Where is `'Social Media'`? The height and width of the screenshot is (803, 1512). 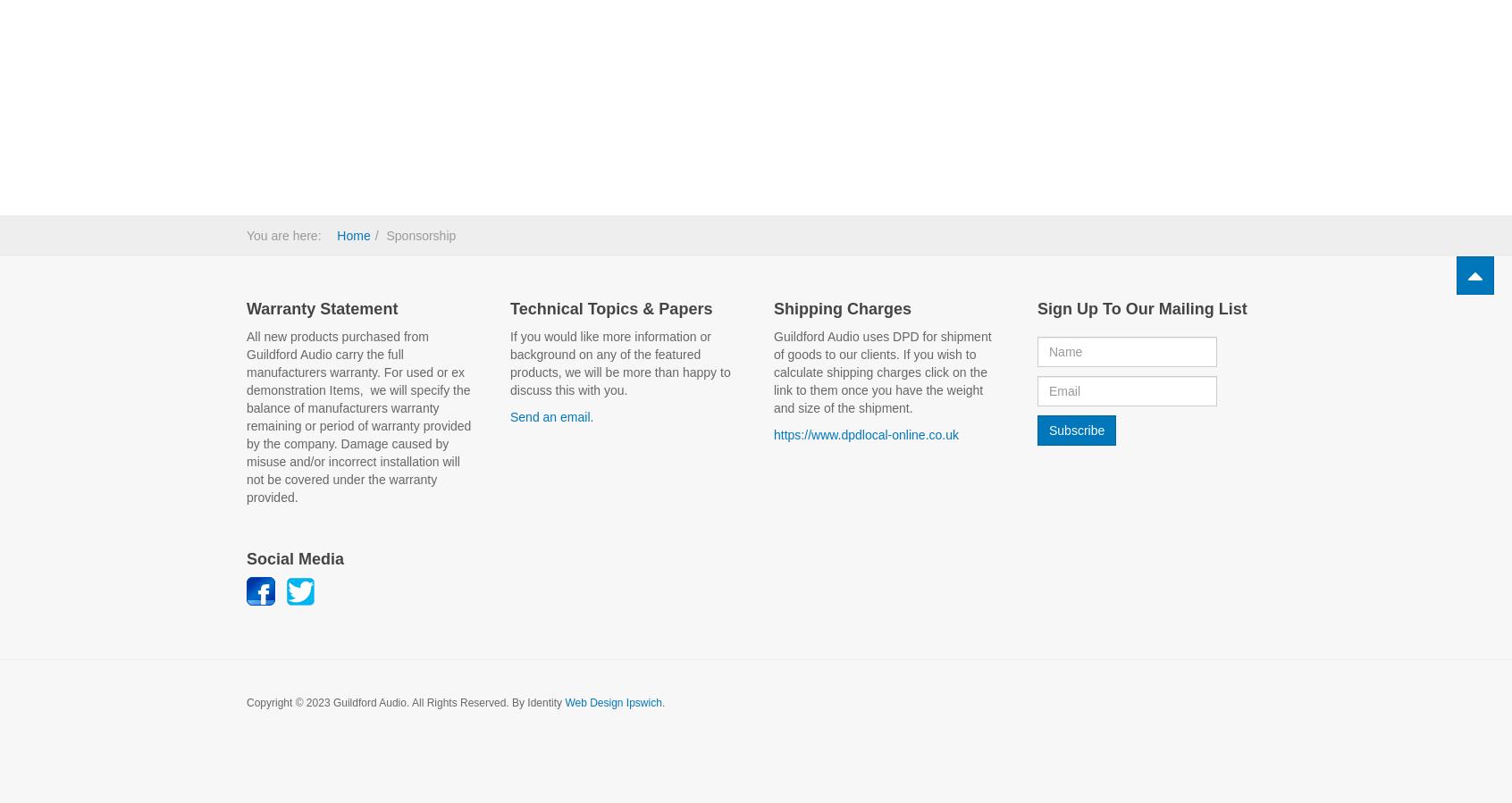
'Social Media' is located at coordinates (246, 556).